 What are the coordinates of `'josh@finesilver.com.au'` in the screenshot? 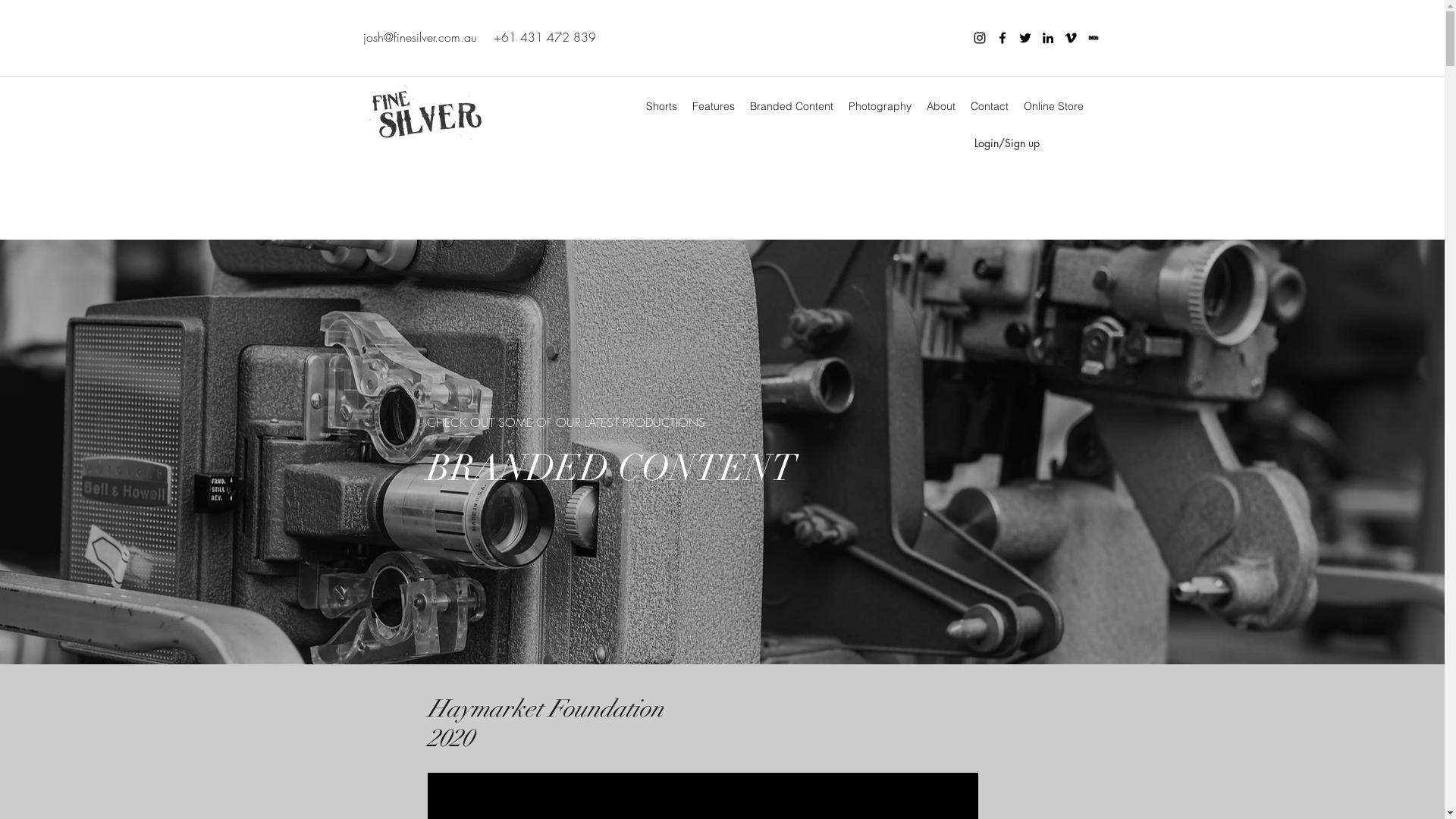 It's located at (419, 36).